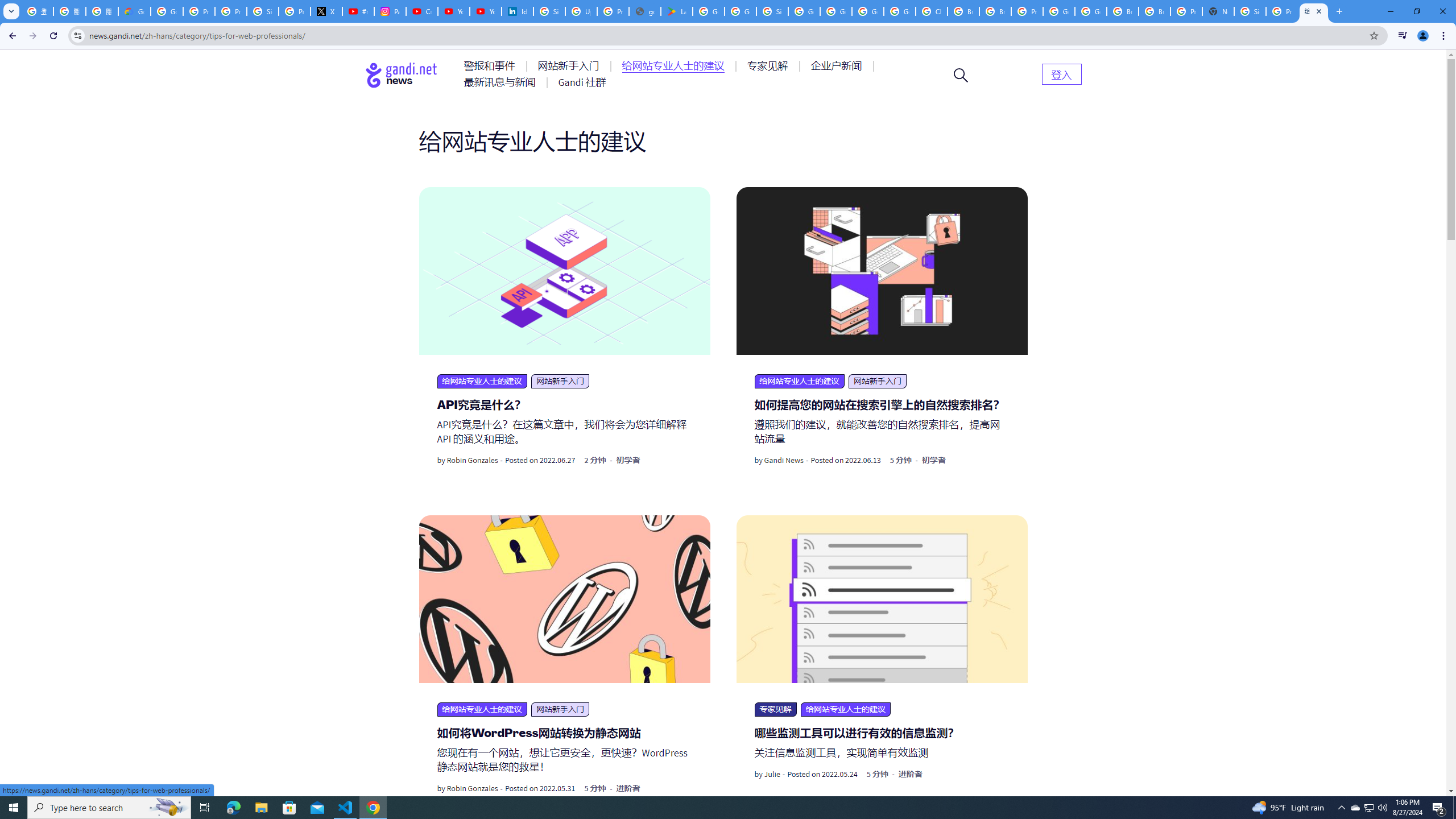 The image size is (1456, 819). Describe the element at coordinates (783, 460) in the screenshot. I see `'Gandi News'` at that location.